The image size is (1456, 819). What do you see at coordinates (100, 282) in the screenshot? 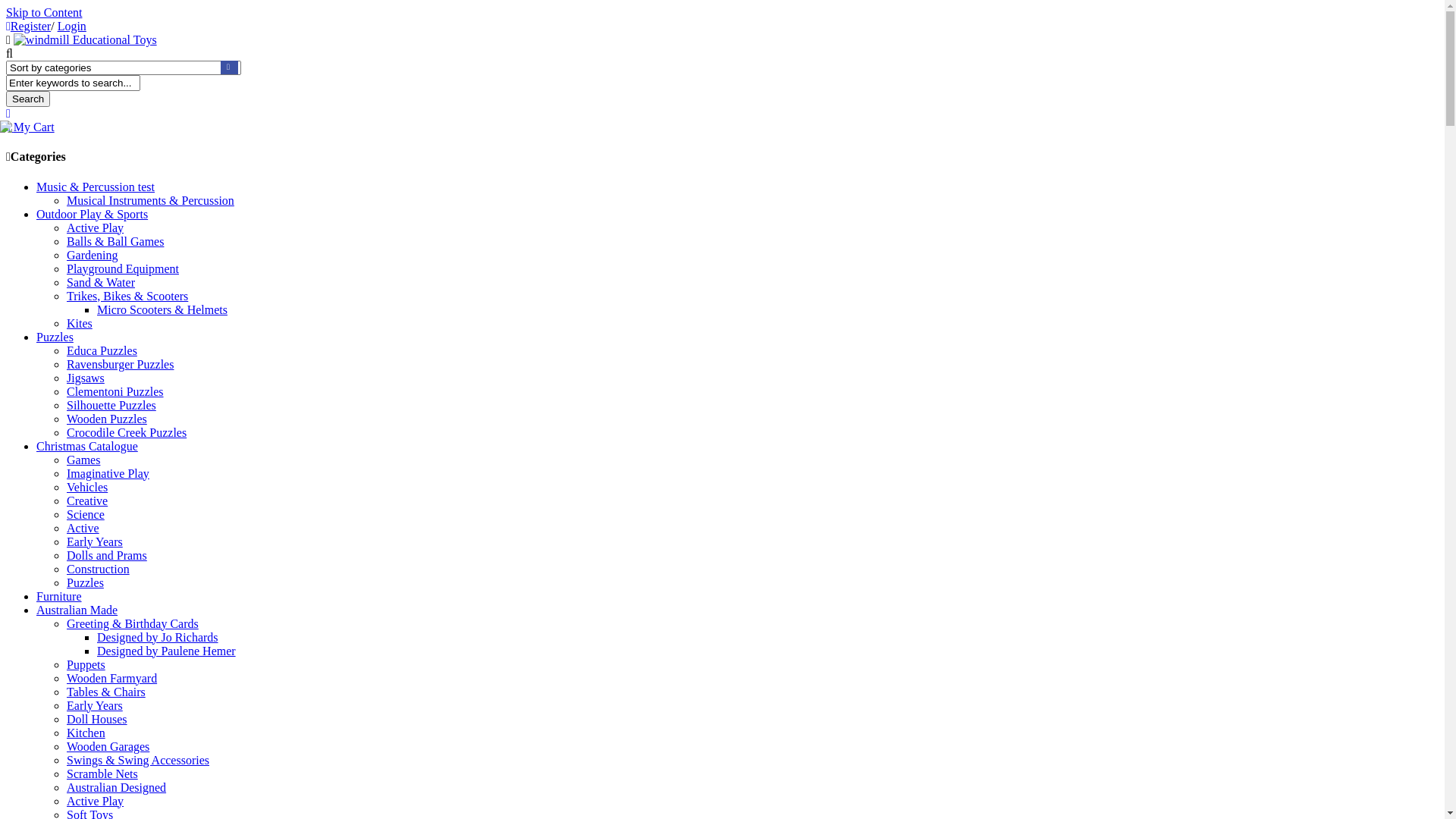
I see `'Sand & Water'` at bounding box center [100, 282].